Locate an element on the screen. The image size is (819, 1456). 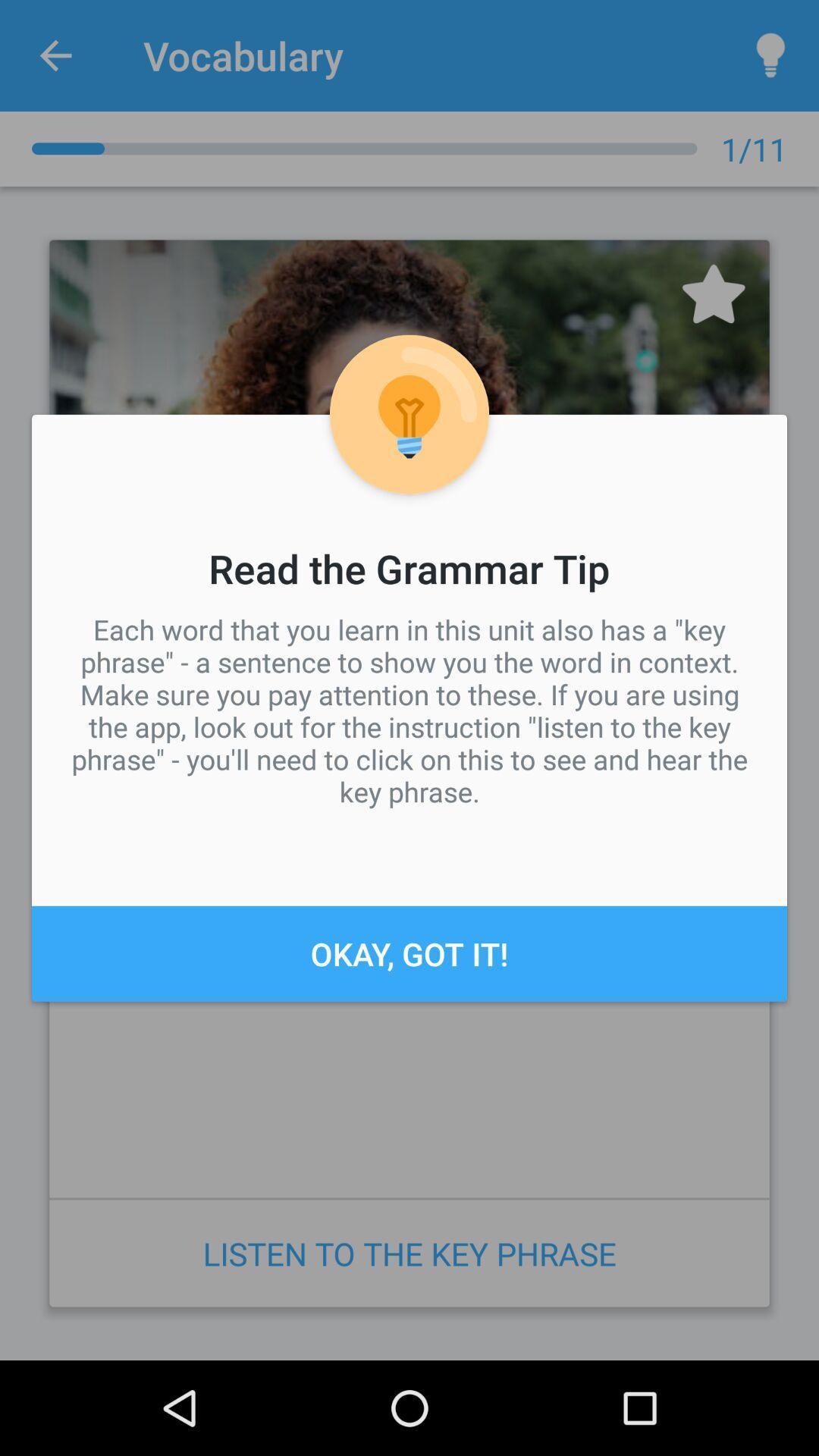
the icon below each word that is located at coordinates (409, 952).